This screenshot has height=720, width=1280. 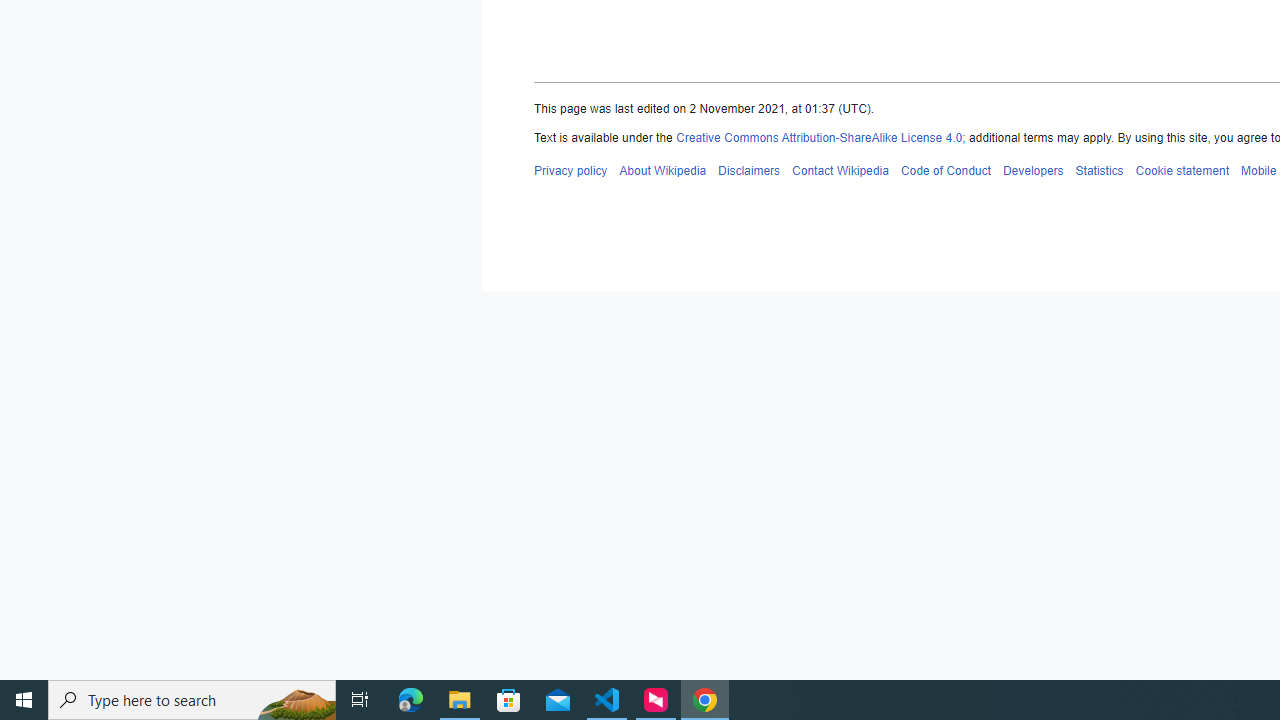 What do you see at coordinates (840, 169) in the screenshot?
I see `'AutomationID: footer-places-contact'` at bounding box center [840, 169].